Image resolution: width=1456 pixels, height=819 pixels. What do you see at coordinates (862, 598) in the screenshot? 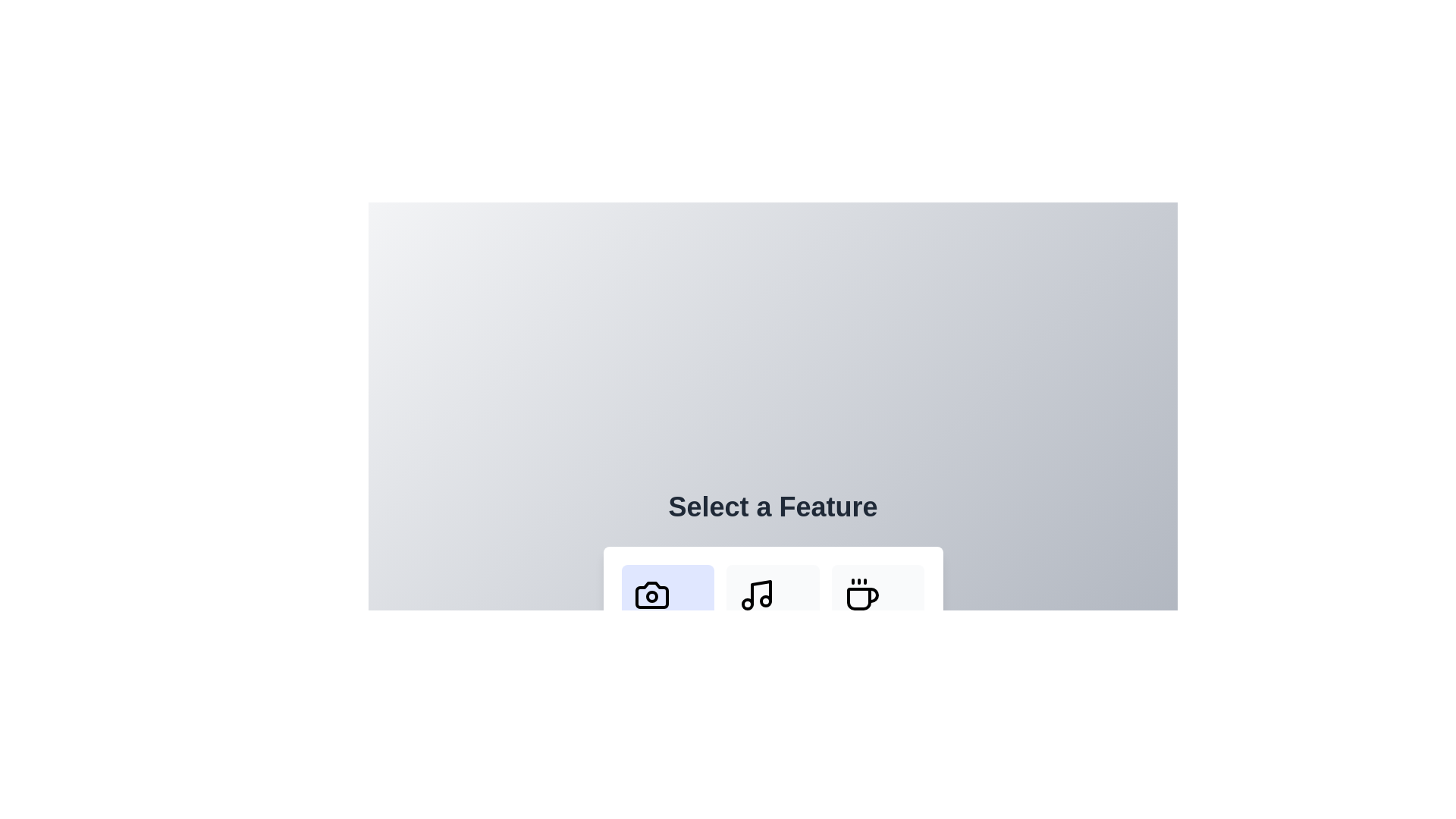
I see `the main body of the coffee cup icon located within the rightmost icon of a row of three icons at the bottom center of the interface` at bounding box center [862, 598].